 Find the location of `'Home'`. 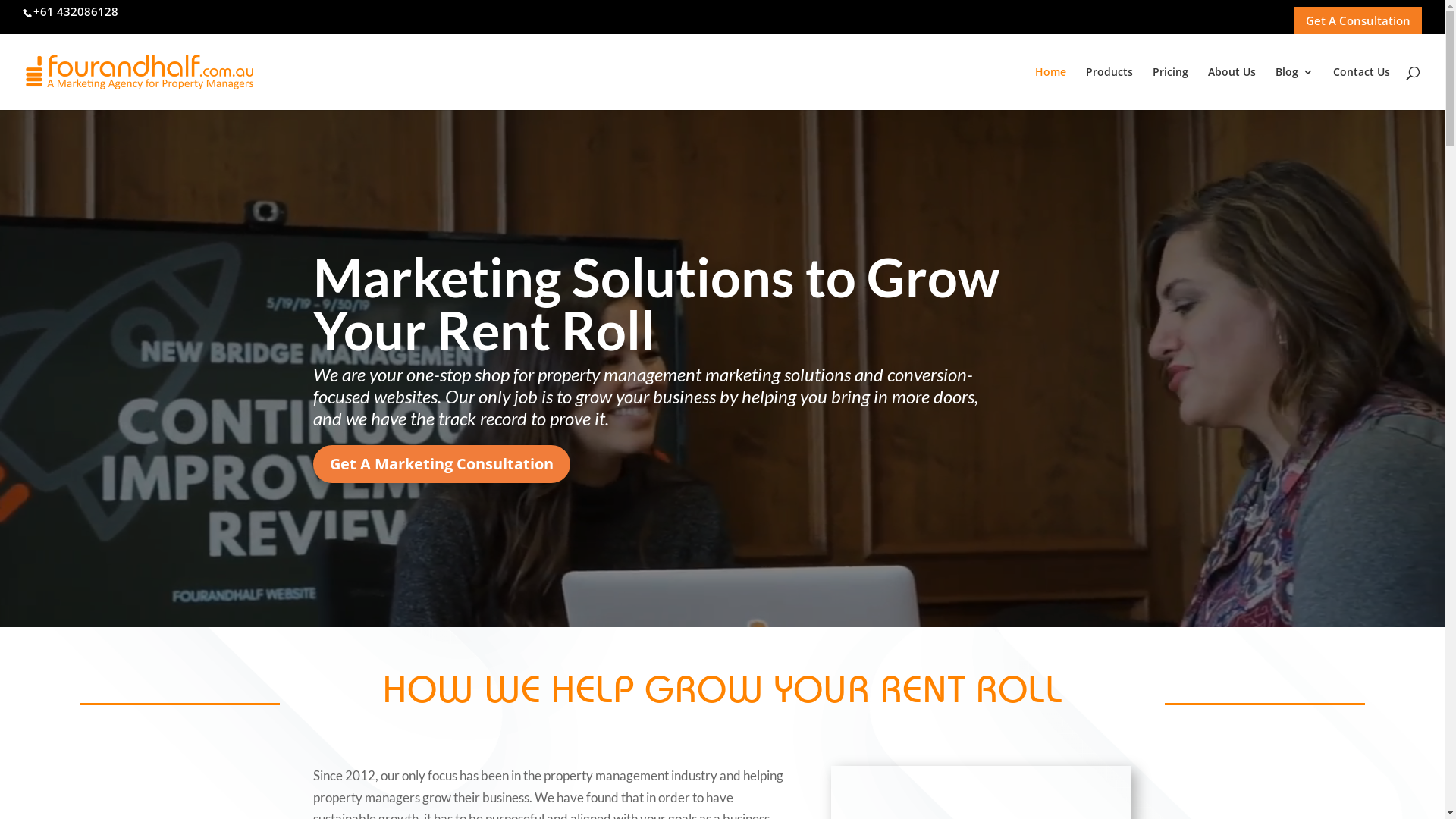

'Home' is located at coordinates (1034, 88).